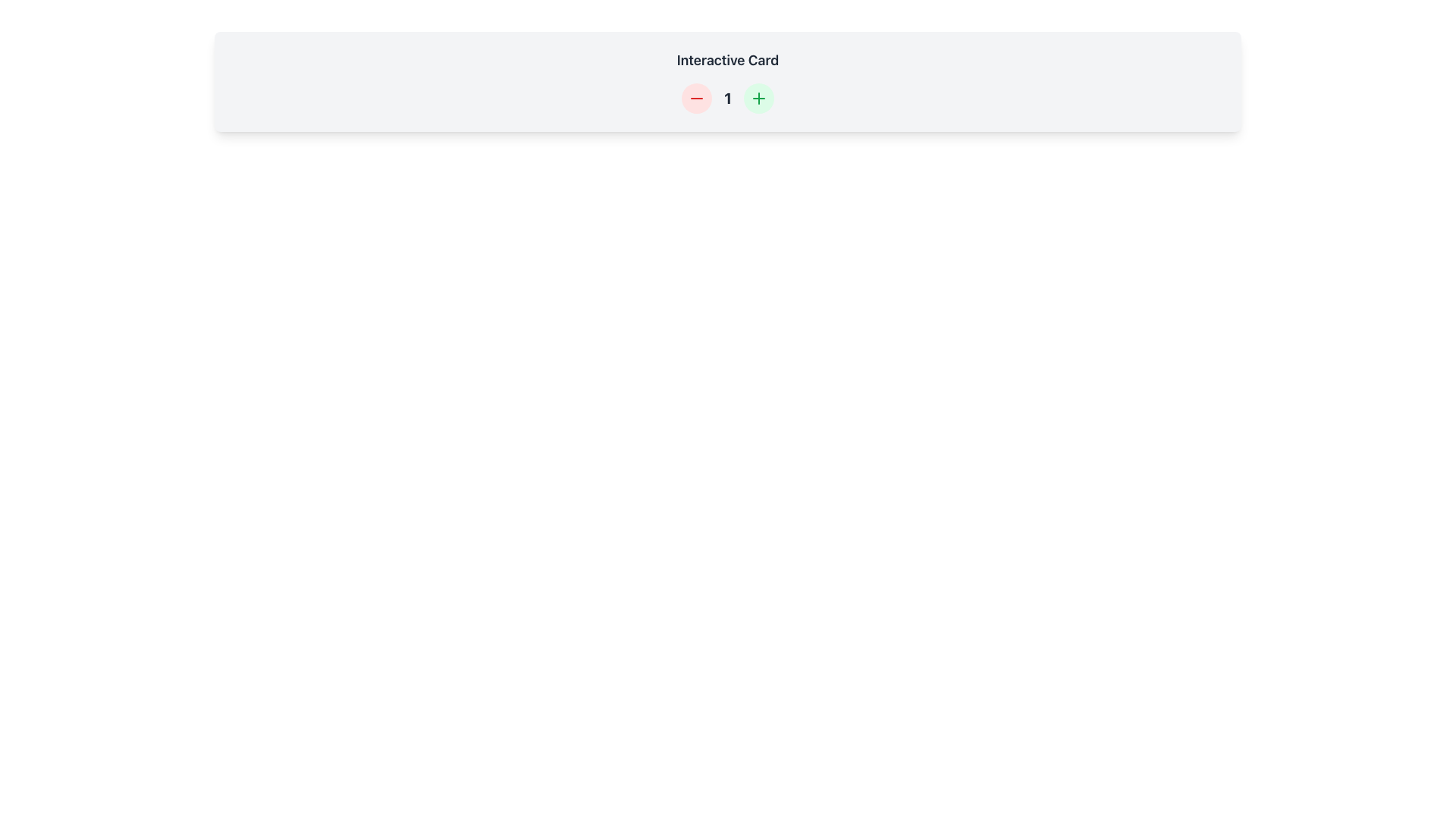 Image resolution: width=1456 pixels, height=819 pixels. What do you see at coordinates (728, 99) in the screenshot?
I see `the Text label that displays the current value or count, positioned centrally between a minus sign on the left and a plus sign on the right` at bounding box center [728, 99].